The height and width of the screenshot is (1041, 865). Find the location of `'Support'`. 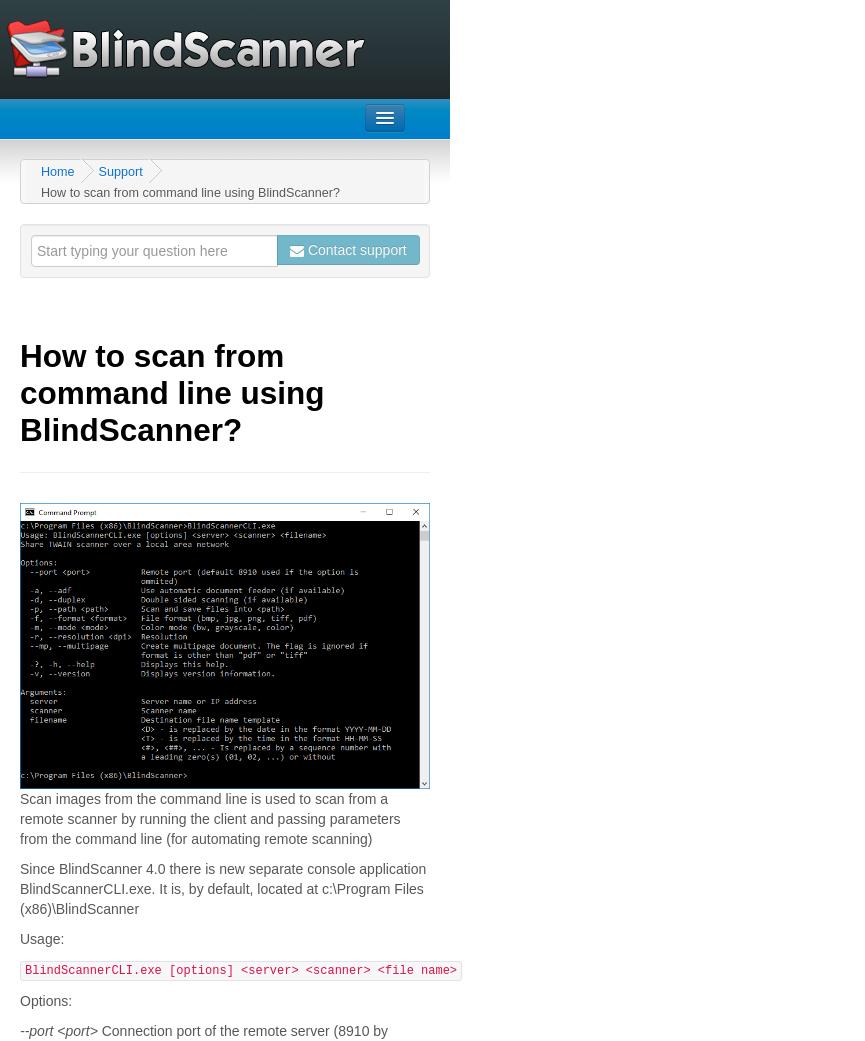

'Support' is located at coordinates (119, 171).